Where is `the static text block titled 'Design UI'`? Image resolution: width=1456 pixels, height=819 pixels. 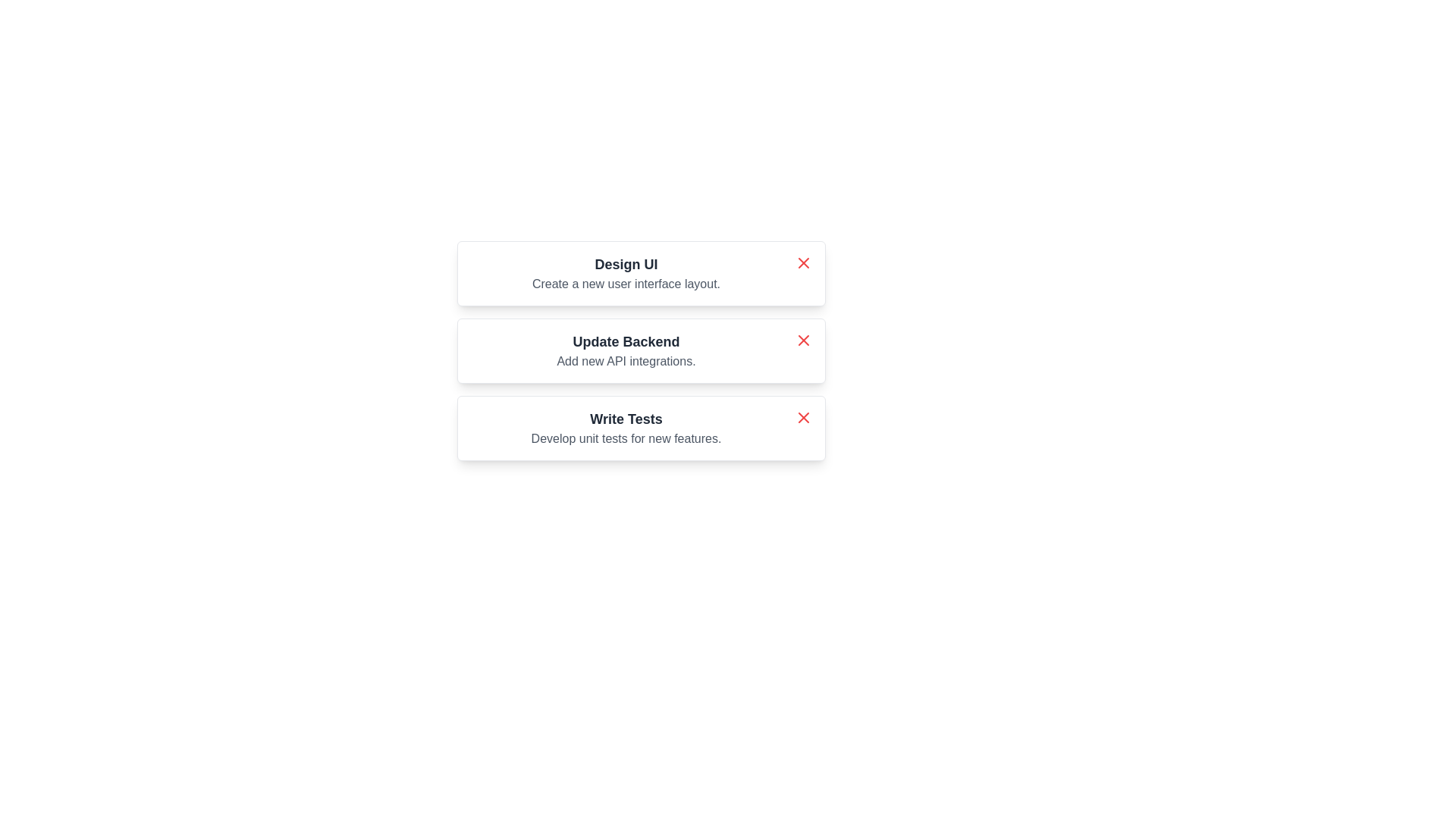 the static text block titled 'Design UI' is located at coordinates (626, 274).